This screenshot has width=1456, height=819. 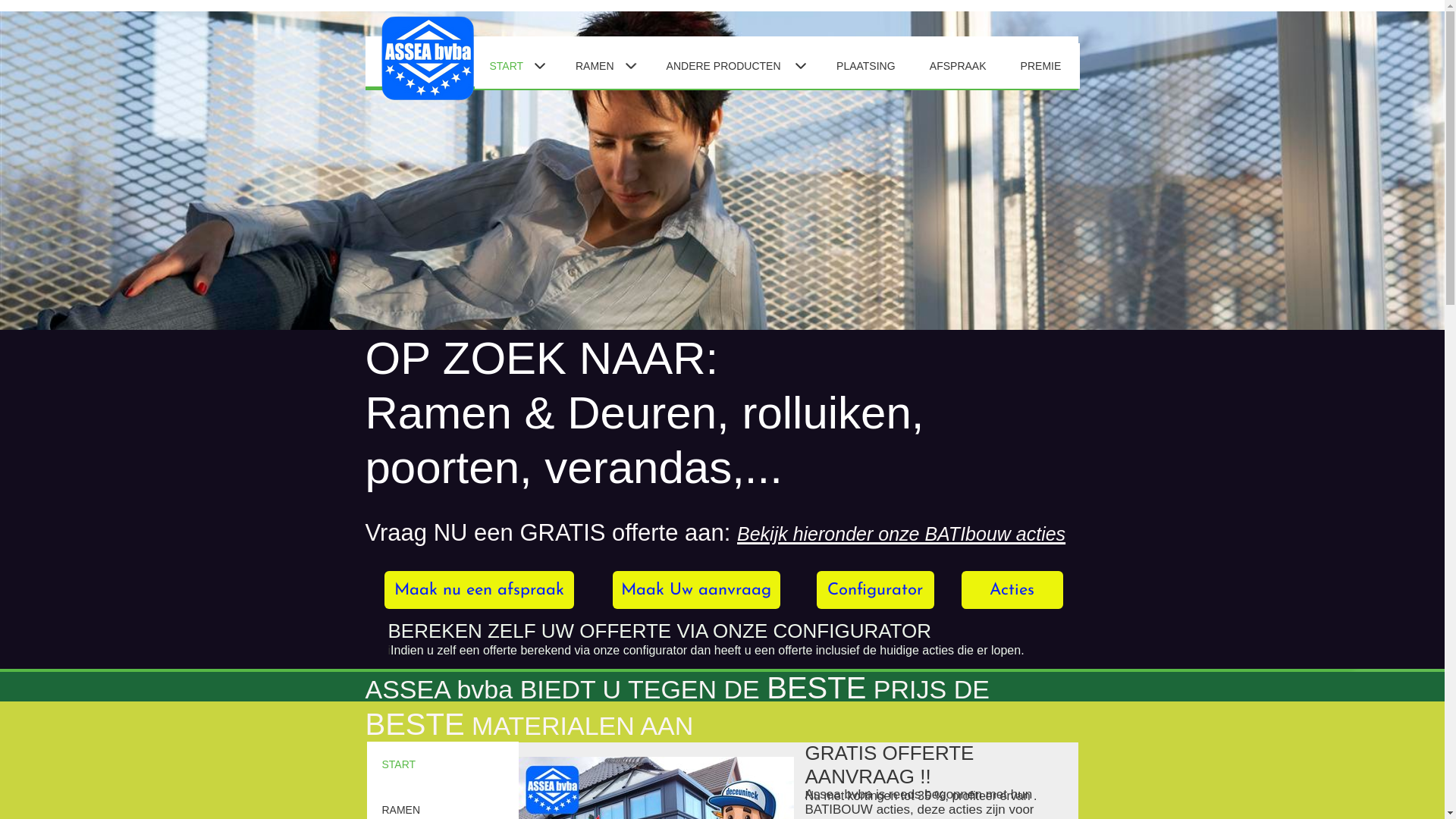 I want to click on 'PLAATSING', so click(x=868, y=64).